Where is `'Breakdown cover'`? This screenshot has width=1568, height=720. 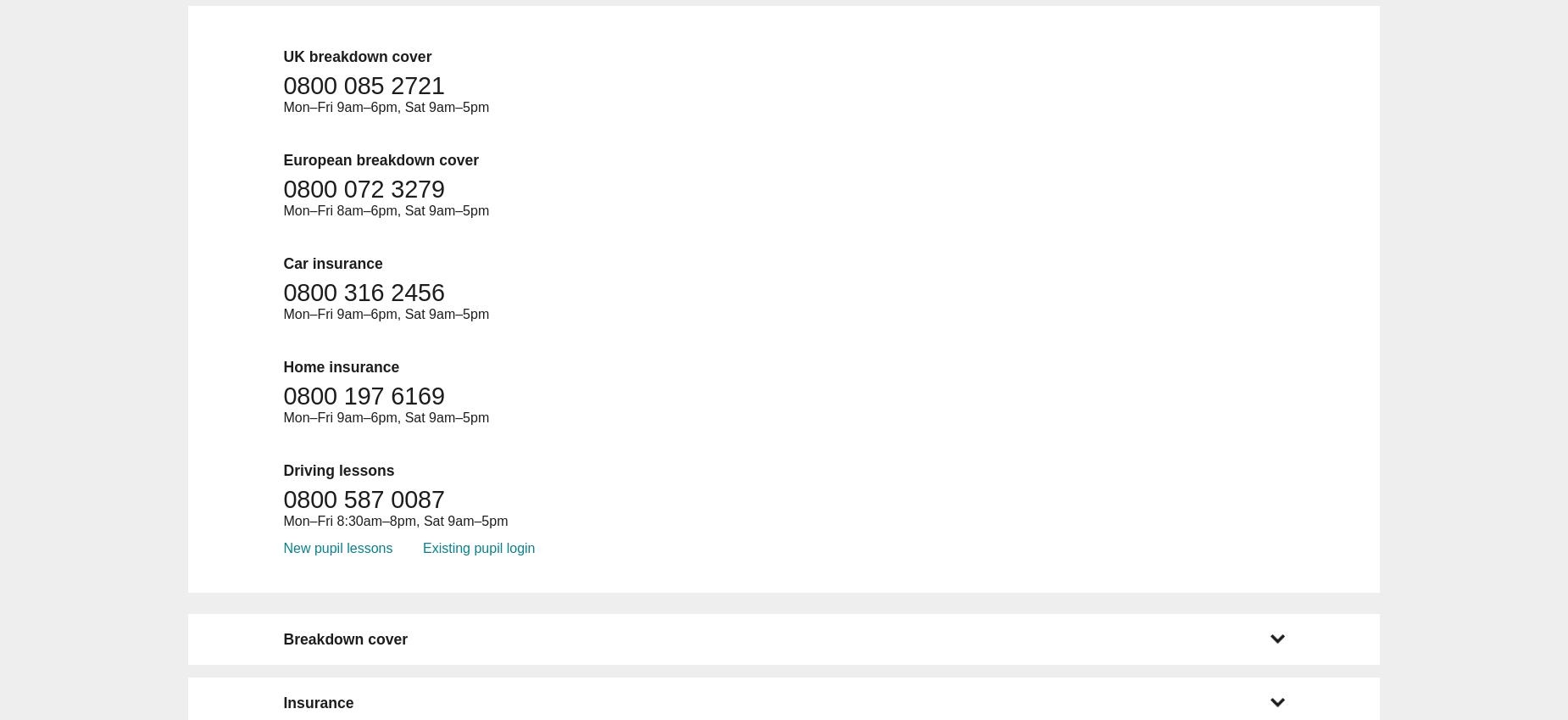 'Breakdown cover' is located at coordinates (344, 638).